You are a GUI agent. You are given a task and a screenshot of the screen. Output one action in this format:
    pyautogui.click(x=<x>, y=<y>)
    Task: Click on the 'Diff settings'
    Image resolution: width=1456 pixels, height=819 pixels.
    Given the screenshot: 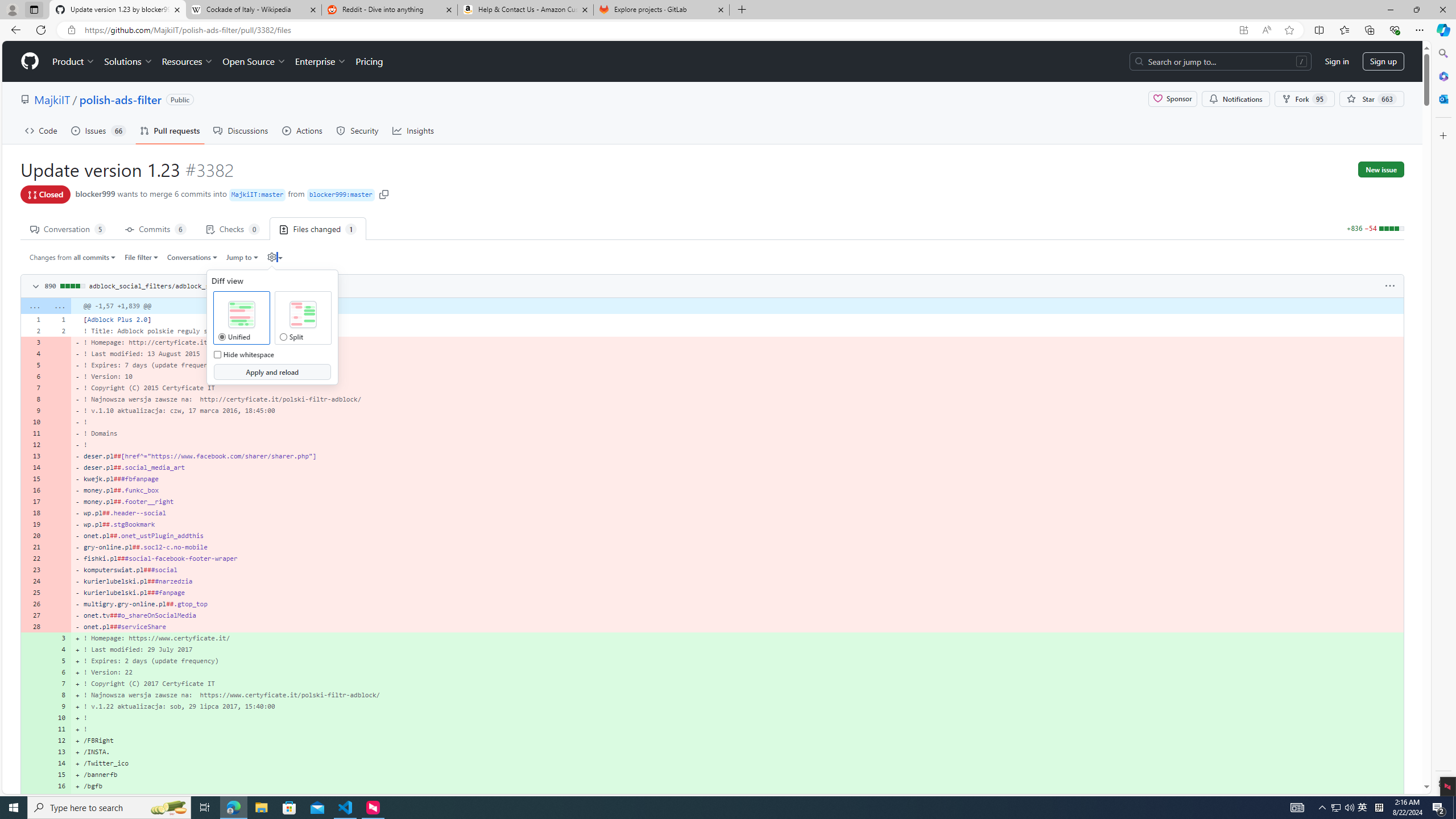 What is the action you would take?
    pyautogui.click(x=271, y=257)
    